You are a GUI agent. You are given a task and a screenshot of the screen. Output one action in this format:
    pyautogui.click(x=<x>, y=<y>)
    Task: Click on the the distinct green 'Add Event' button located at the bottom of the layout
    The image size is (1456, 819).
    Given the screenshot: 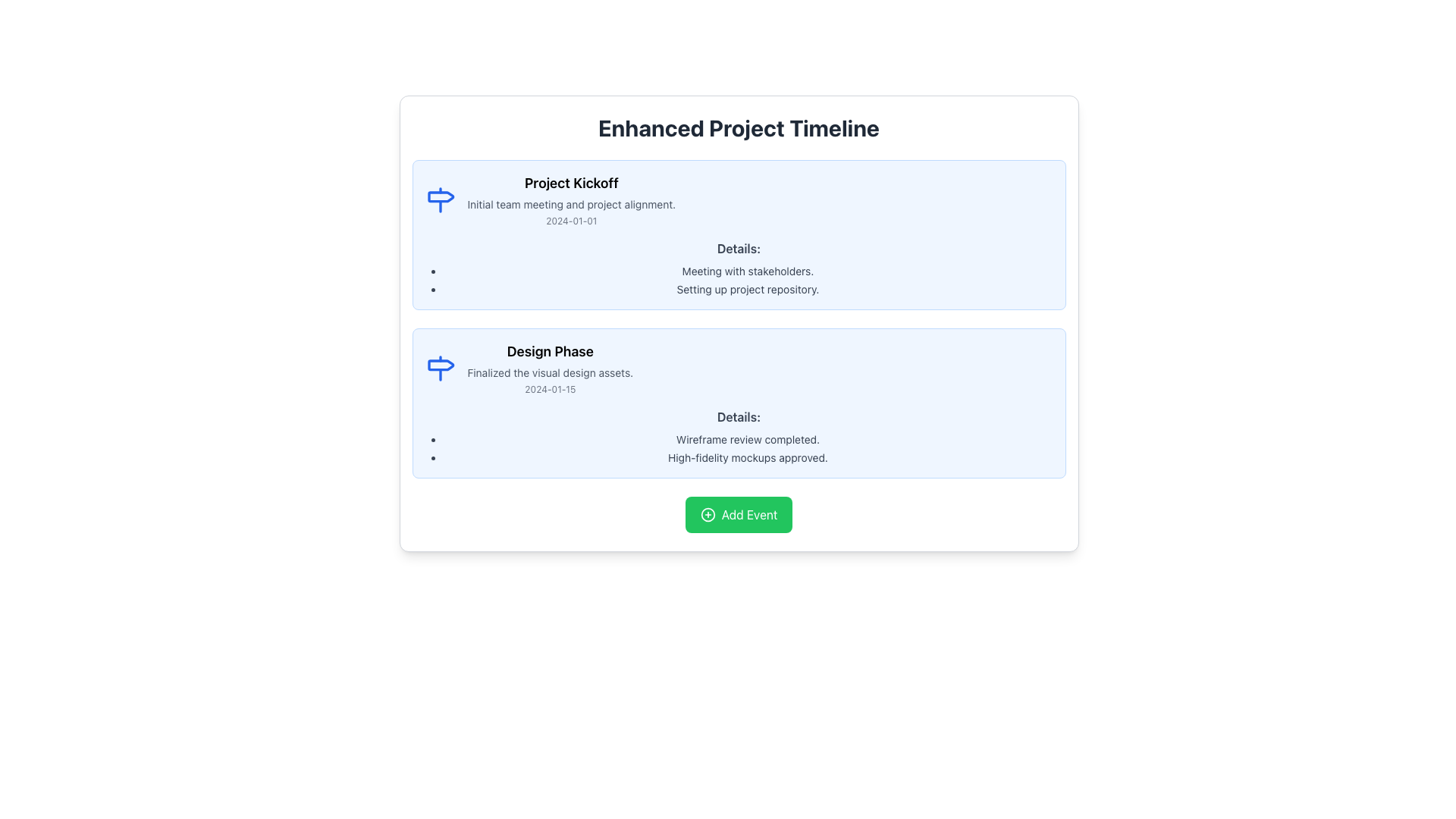 What is the action you would take?
    pyautogui.click(x=739, y=513)
    